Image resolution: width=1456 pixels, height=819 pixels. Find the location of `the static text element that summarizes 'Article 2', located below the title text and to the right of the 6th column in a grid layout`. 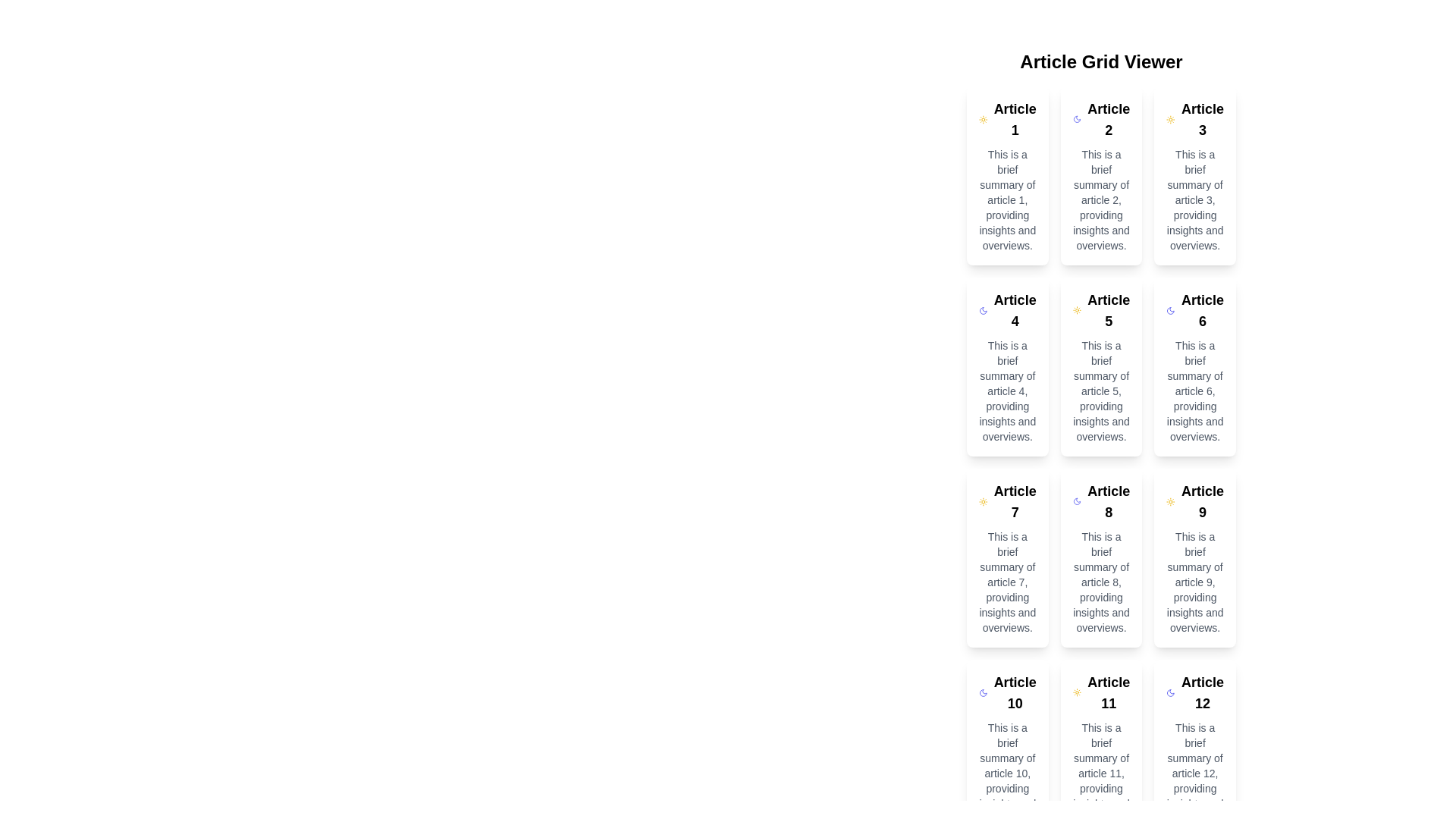

the static text element that summarizes 'Article 2', located below the title text and to the right of the 6th column in a grid layout is located at coordinates (1101, 199).